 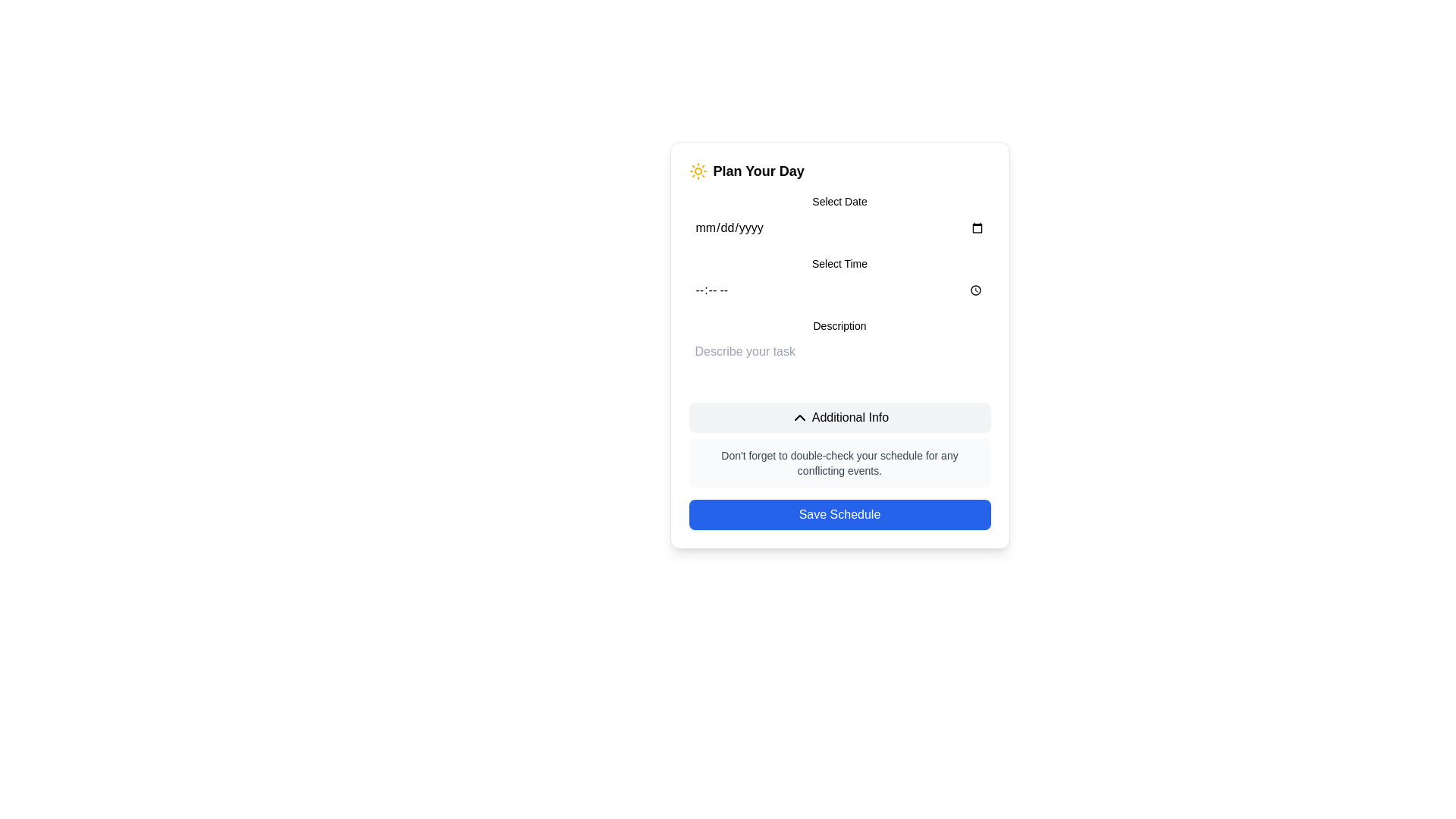 What do you see at coordinates (839, 418) in the screenshot?
I see `the button that toggles visibility for additional information related to the schedule planning process, located at the center-bottom area of a card layout` at bounding box center [839, 418].